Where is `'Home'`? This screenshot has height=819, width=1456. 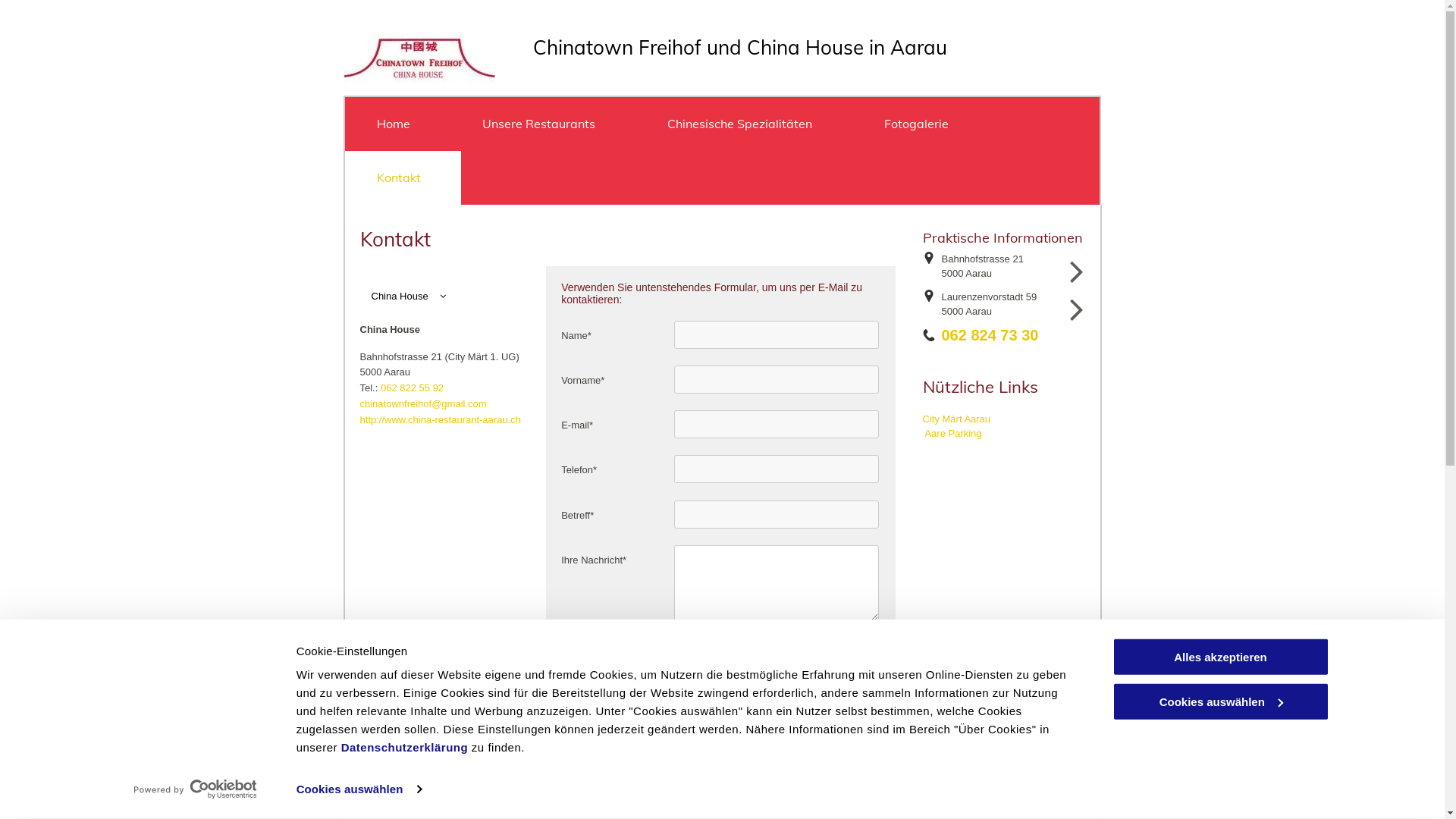 'Home' is located at coordinates (344, 123).